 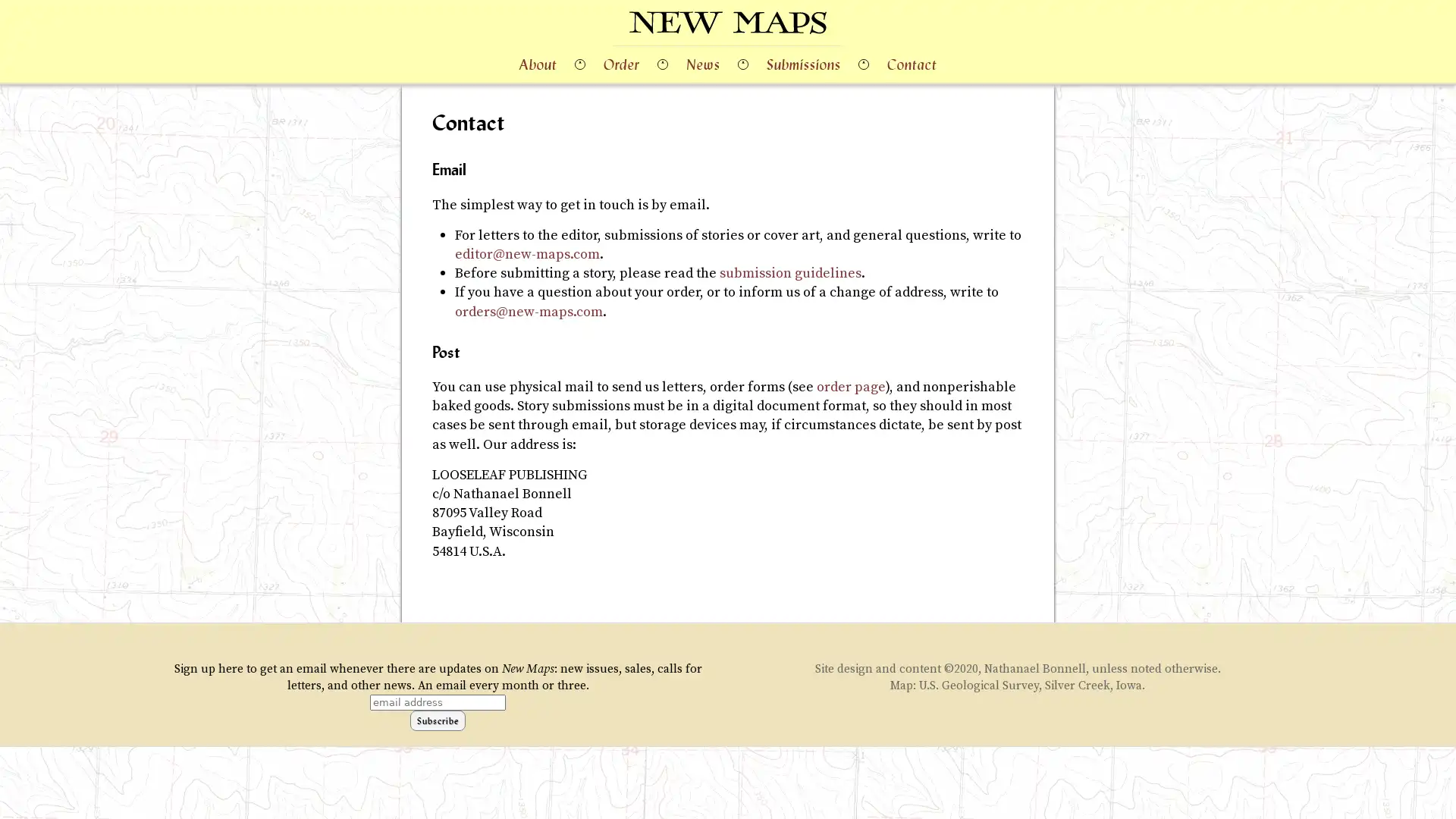 What do you see at coordinates (437, 719) in the screenshot?
I see `Subscribe` at bounding box center [437, 719].